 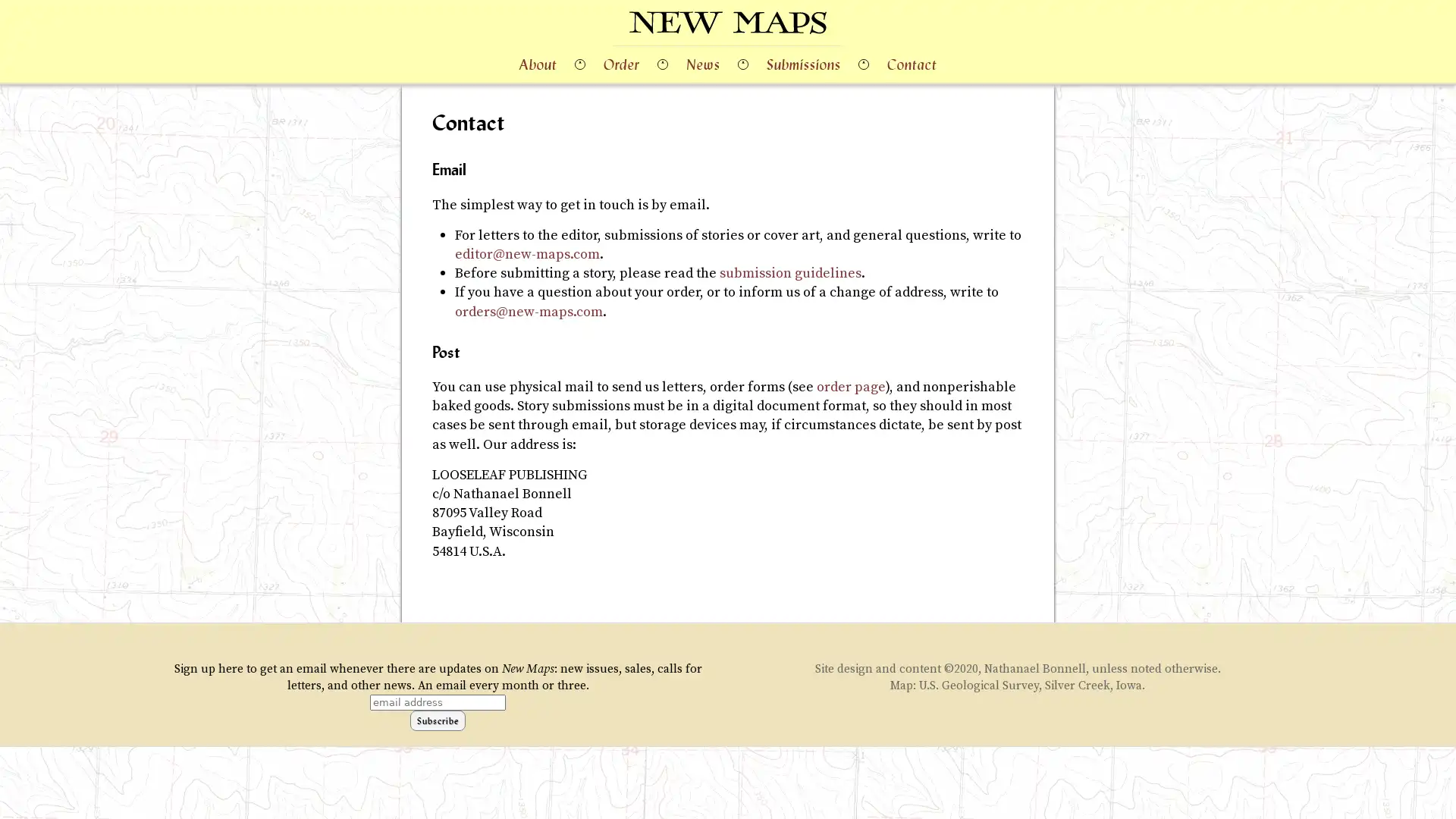 What do you see at coordinates (437, 719) in the screenshot?
I see `Subscribe` at bounding box center [437, 719].